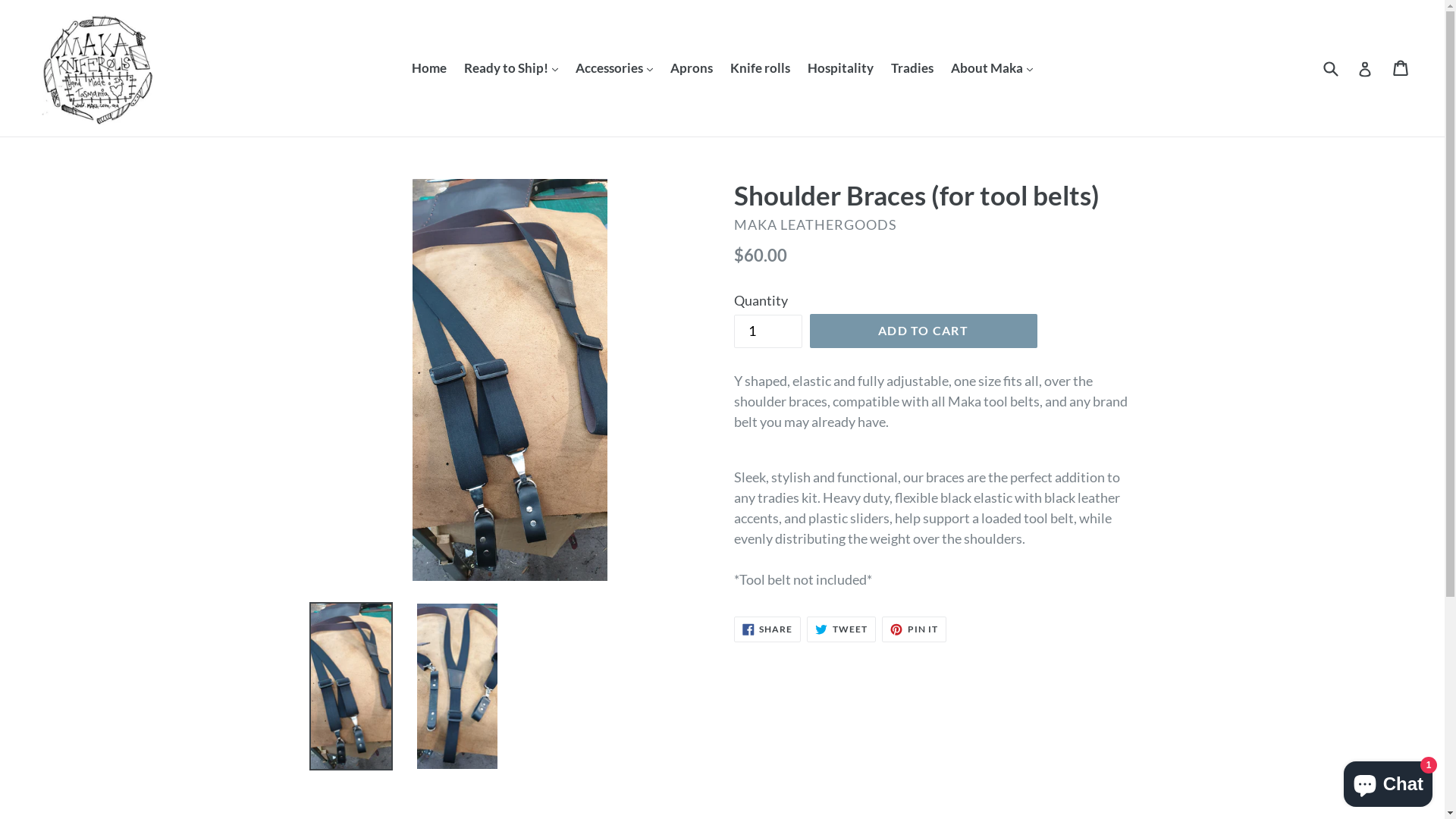 The image size is (1456, 819). Describe the element at coordinates (662, 67) in the screenshot. I see `'Aprons'` at that location.